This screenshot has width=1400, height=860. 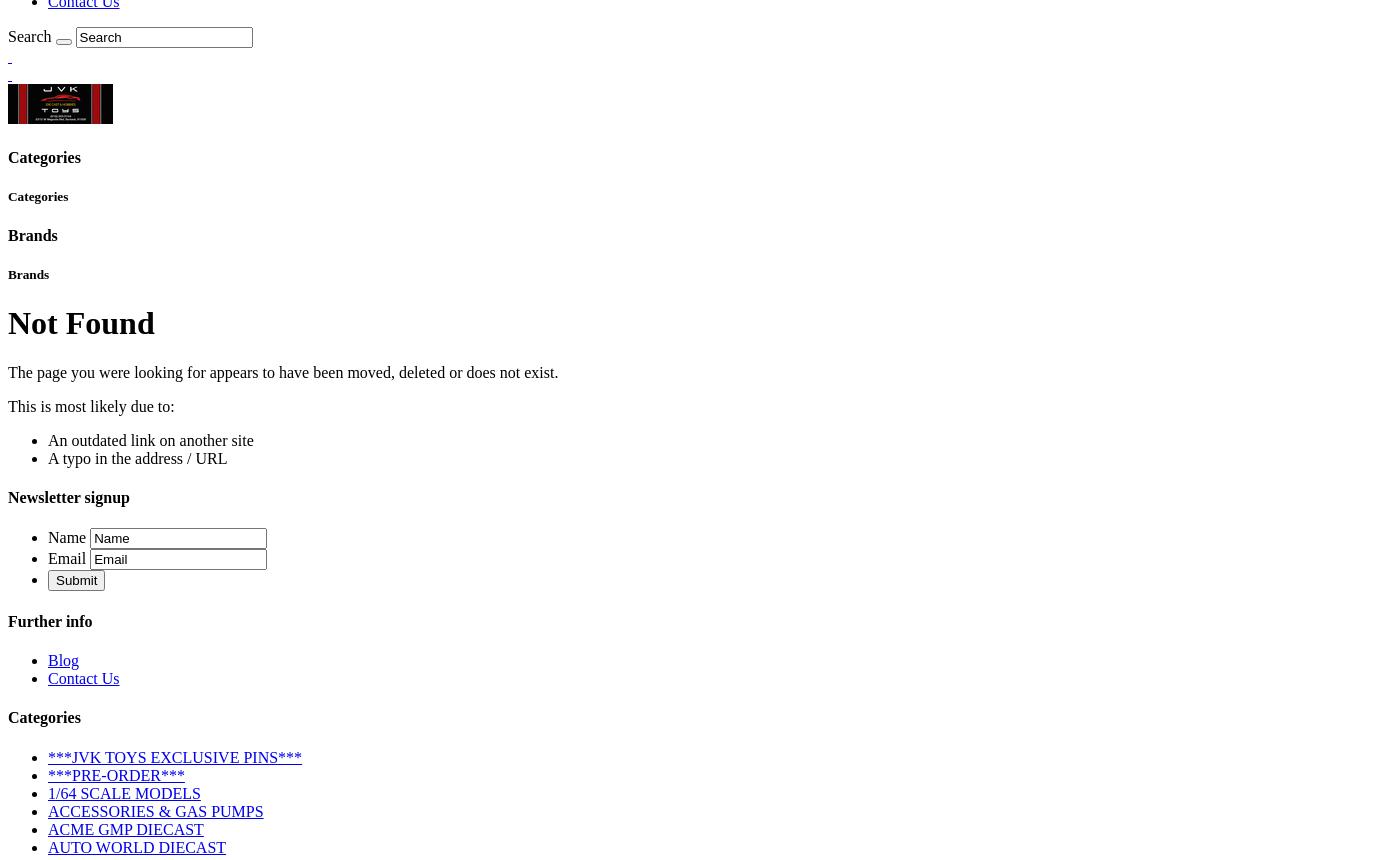 What do you see at coordinates (48, 677) in the screenshot?
I see `'Contact Us'` at bounding box center [48, 677].